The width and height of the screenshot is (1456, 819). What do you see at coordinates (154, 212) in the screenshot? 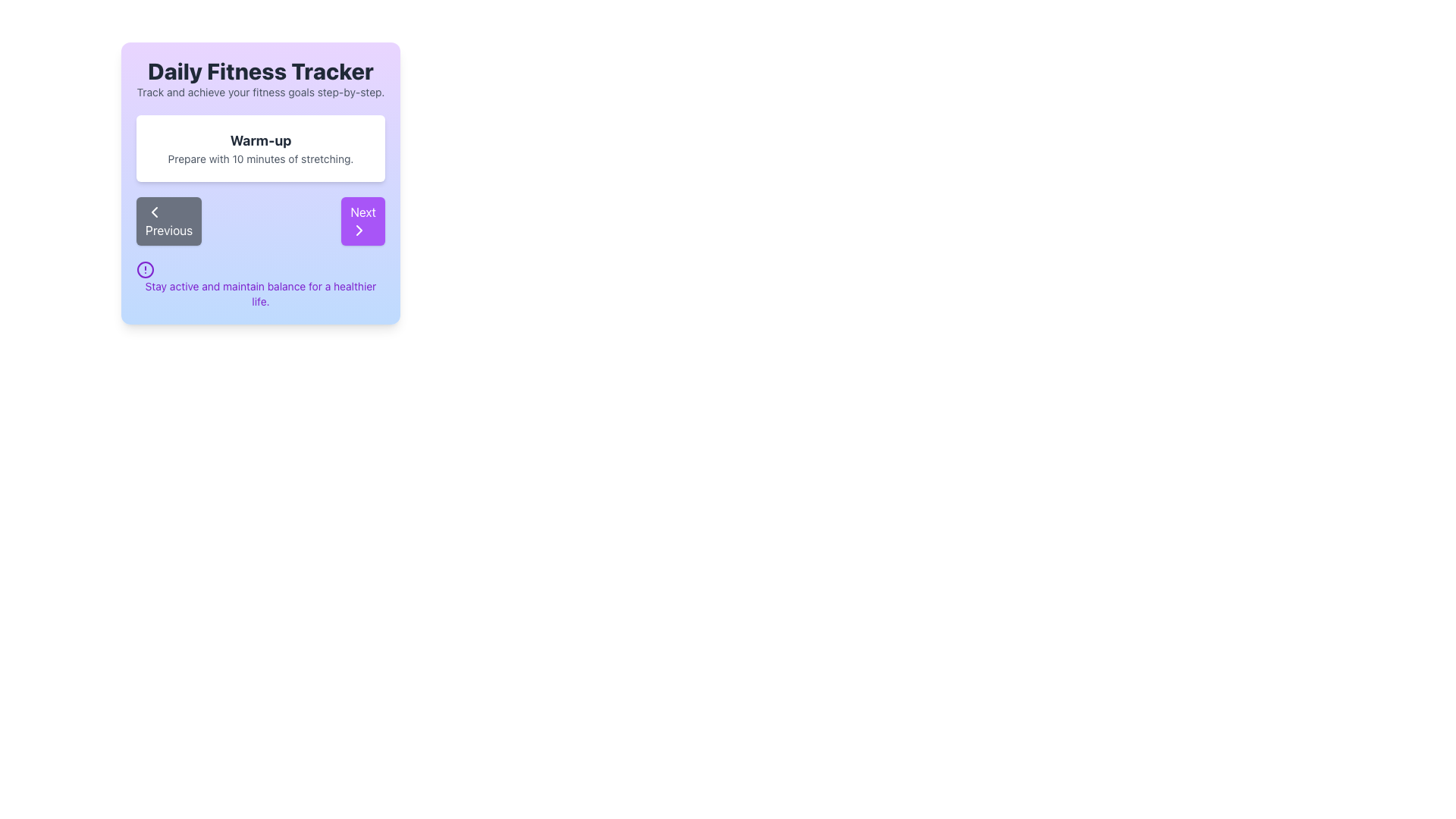
I see `the backward arrow icon located within the 'Previous' button on the bottom left corner of the main interface card` at bounding box center [154, 212].